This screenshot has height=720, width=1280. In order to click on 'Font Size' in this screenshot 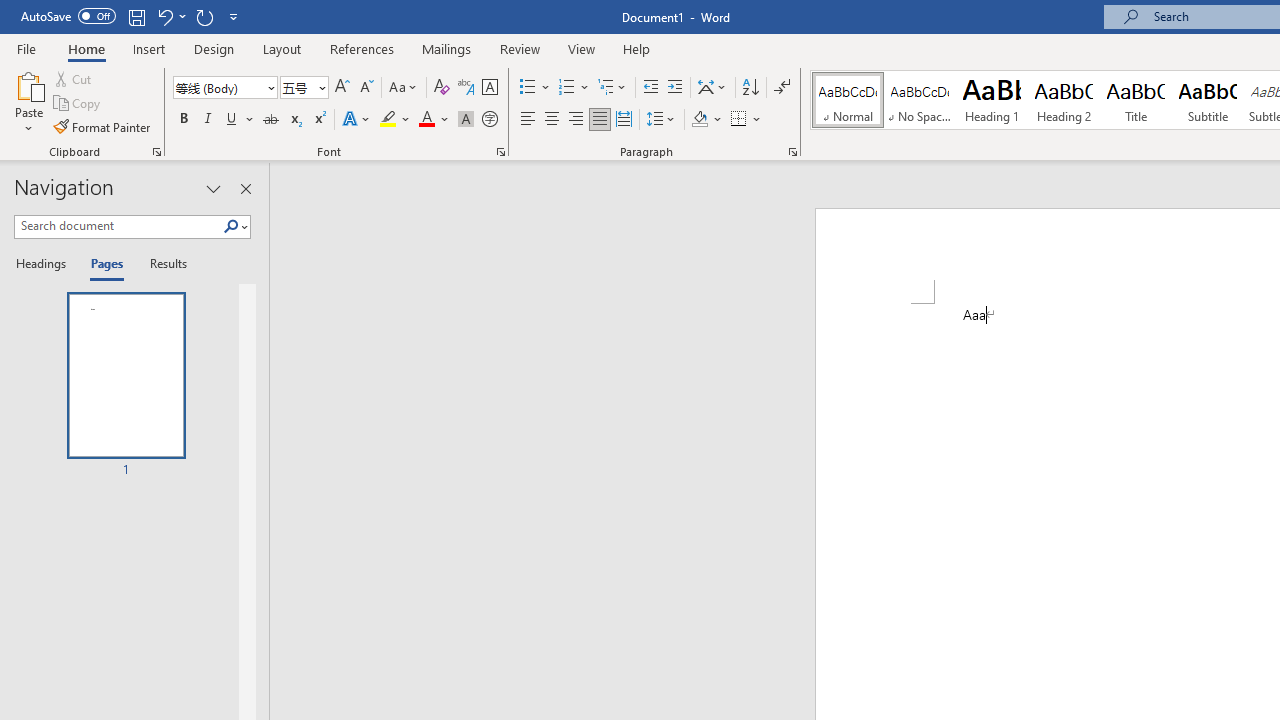, I will do `click(303, 86)`.